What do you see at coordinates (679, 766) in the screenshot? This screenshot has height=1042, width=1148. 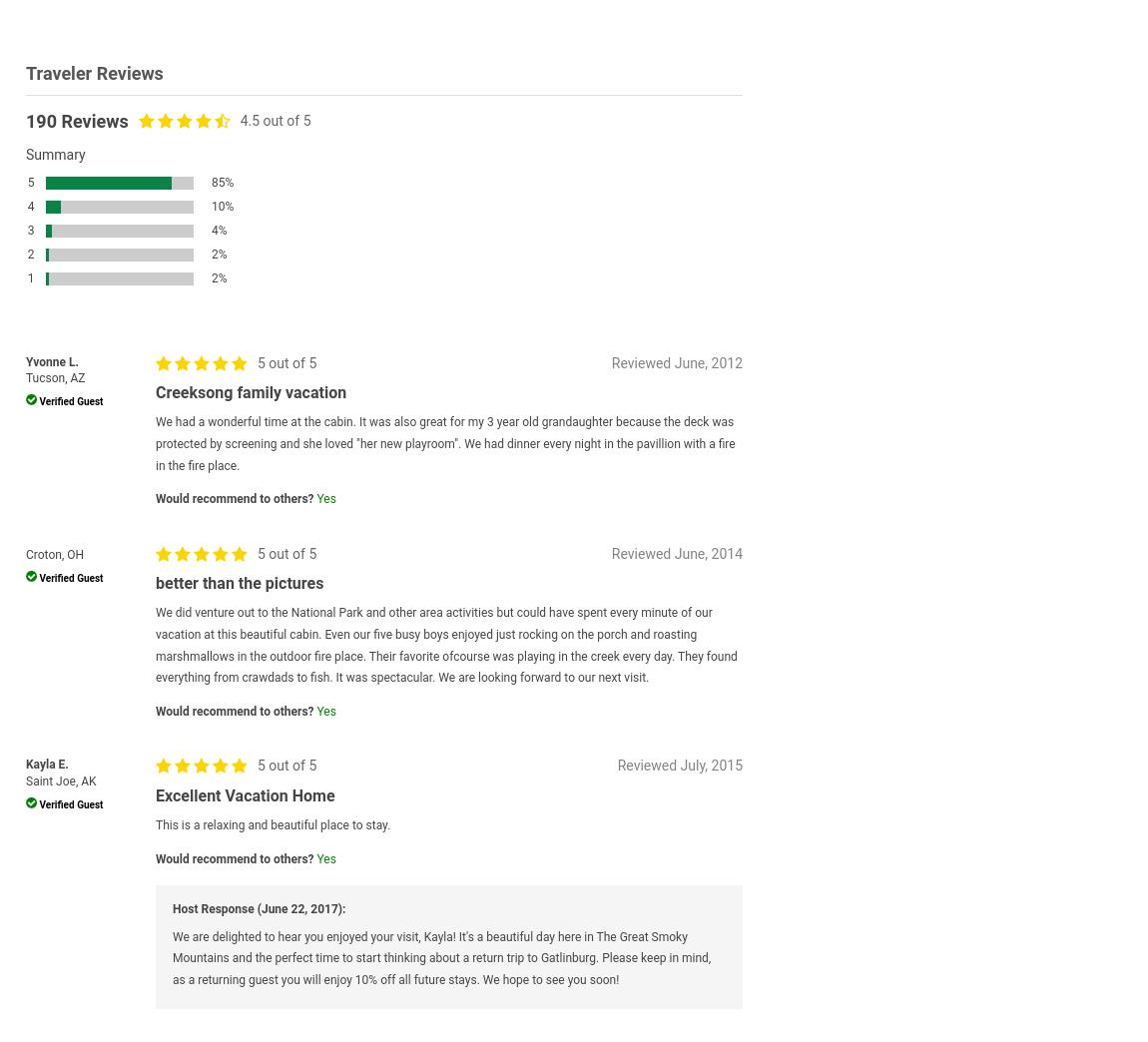 I see `'Reviewed July, 2015'` at bounding box center [679, 766].